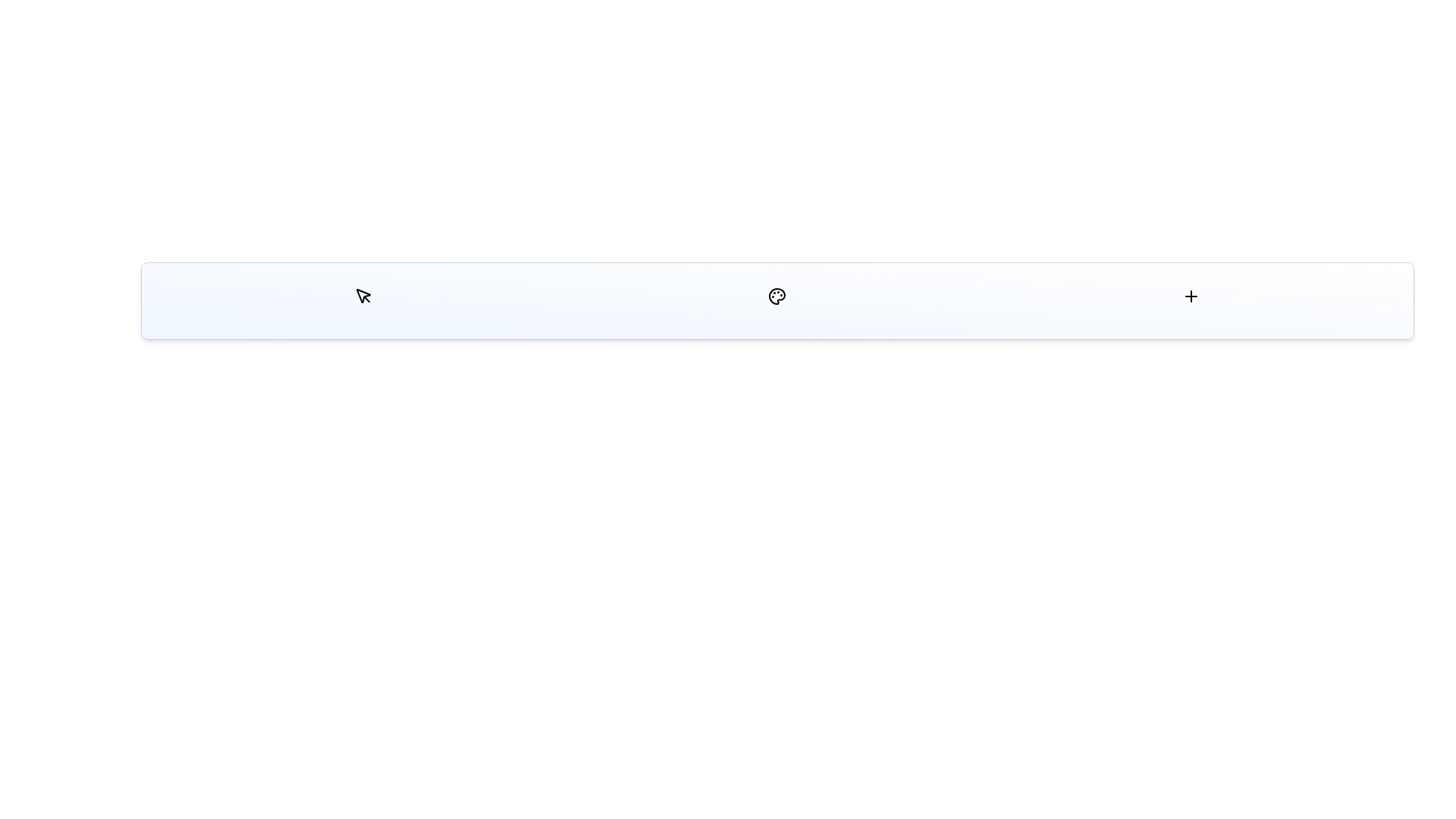  Describe the element at coordinates (777, 296) in the screenshot. I see `the toggle button with 1 to inspect its tooltip` at that location.